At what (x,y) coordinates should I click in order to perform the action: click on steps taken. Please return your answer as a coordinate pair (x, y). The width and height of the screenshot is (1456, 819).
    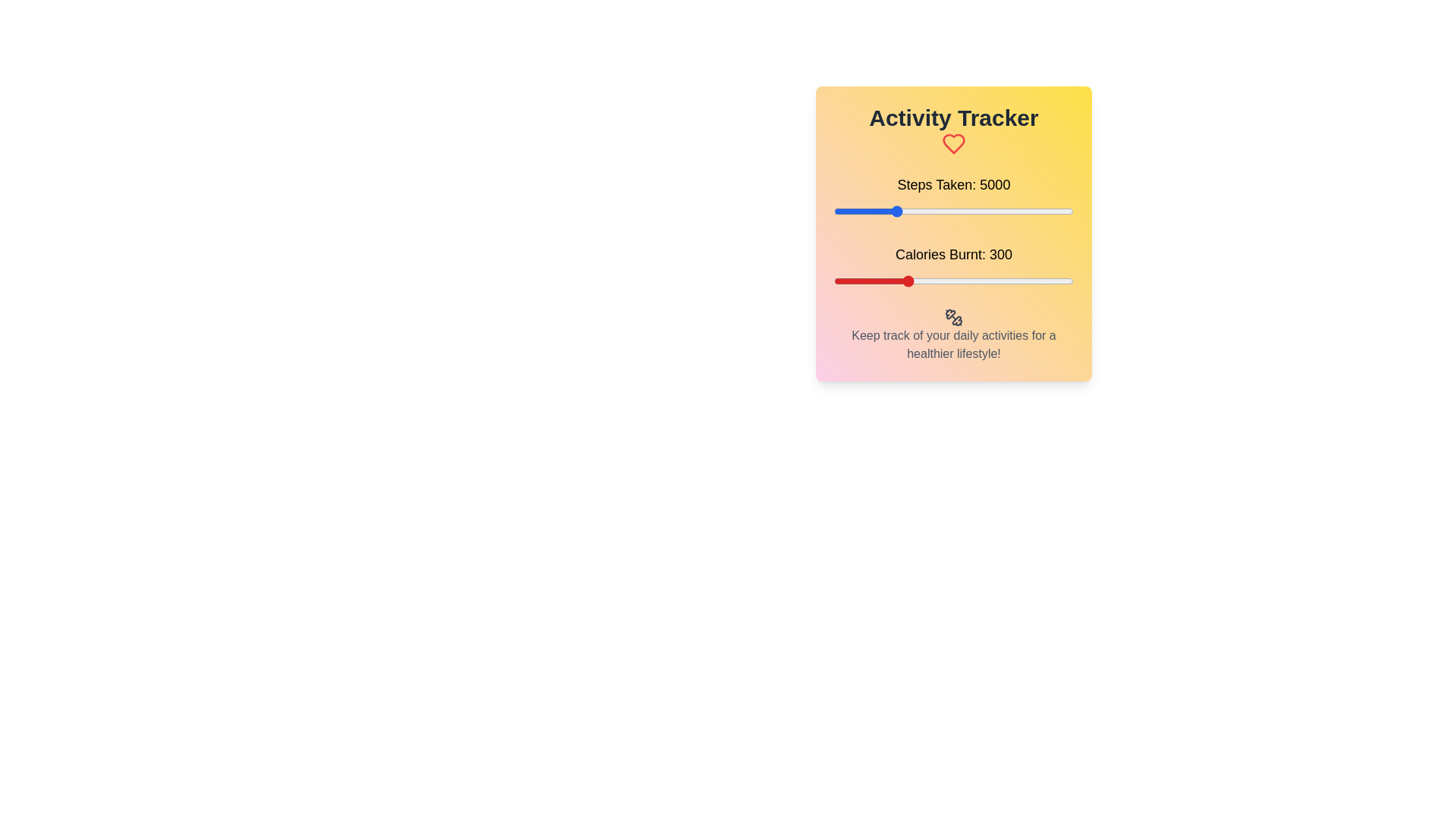
    Looking at the image, I should click on (1057, 211).